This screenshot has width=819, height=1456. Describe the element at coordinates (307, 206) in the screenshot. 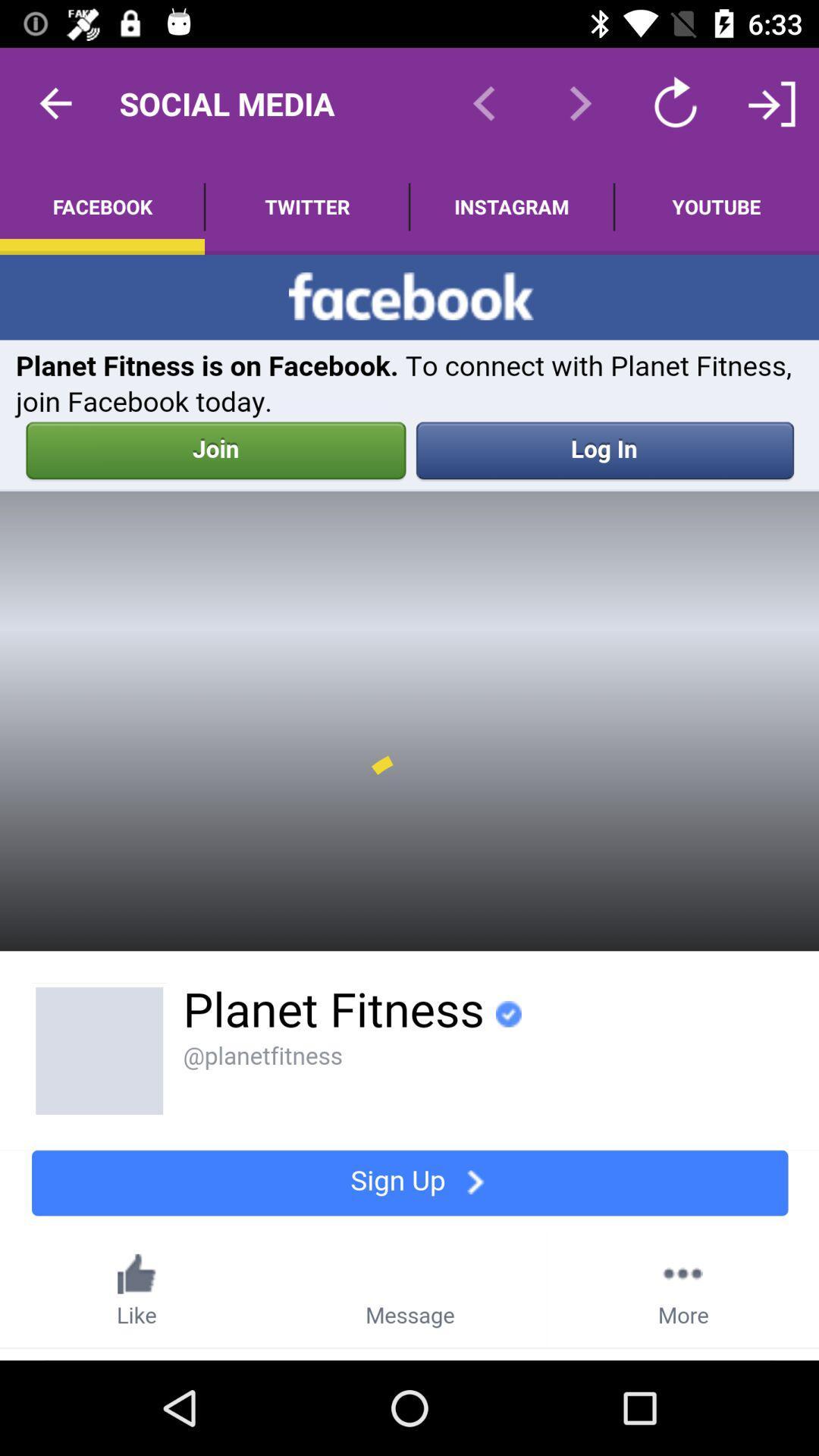

I see `twitter` at that location.